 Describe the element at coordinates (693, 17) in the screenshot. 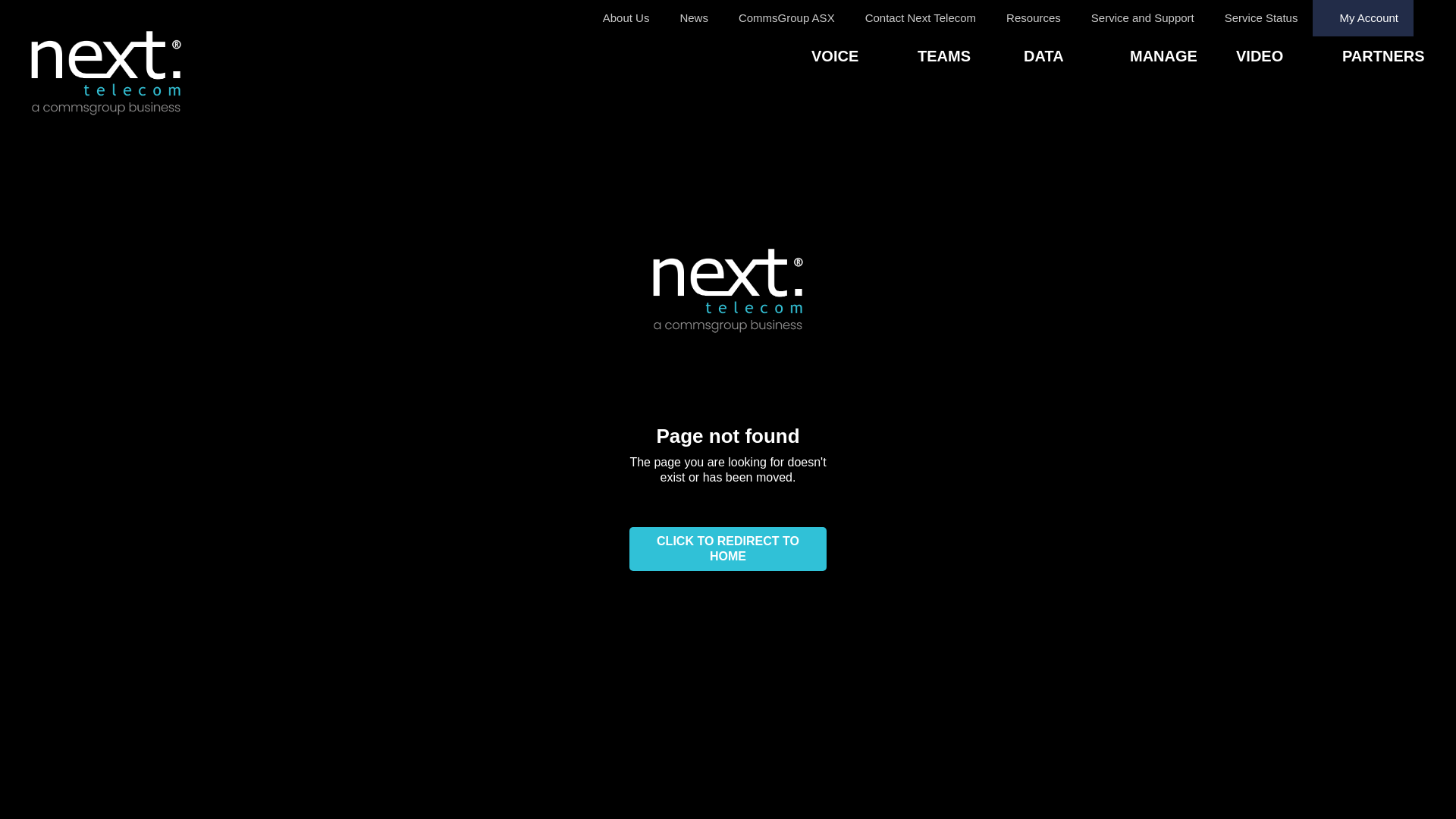

I see `'News'` at that location.